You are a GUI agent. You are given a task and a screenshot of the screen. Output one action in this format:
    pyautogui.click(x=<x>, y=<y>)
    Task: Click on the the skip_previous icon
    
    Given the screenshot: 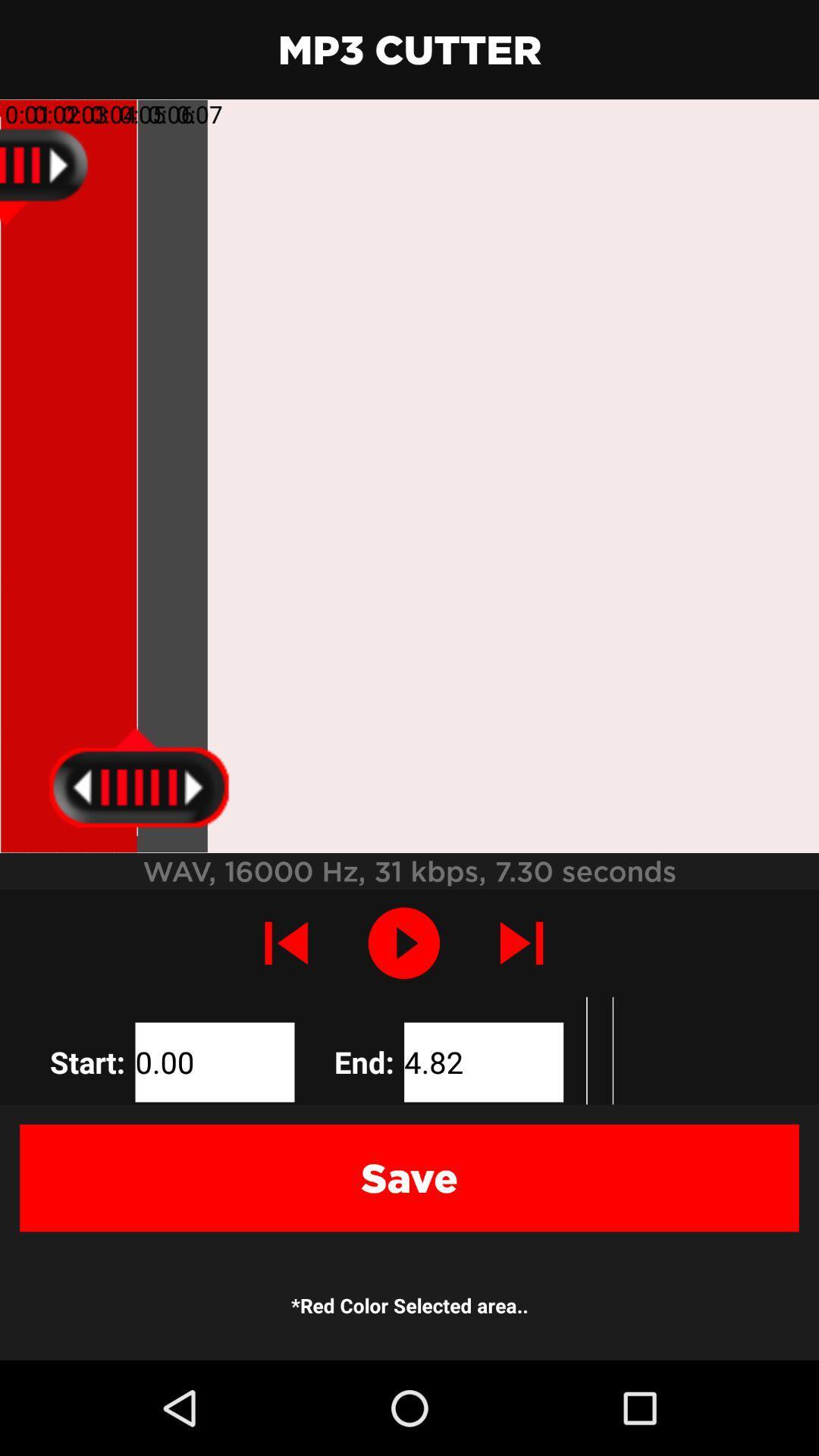 What is the action you would take?
    pyautogui.click(x=286, y=942)
    